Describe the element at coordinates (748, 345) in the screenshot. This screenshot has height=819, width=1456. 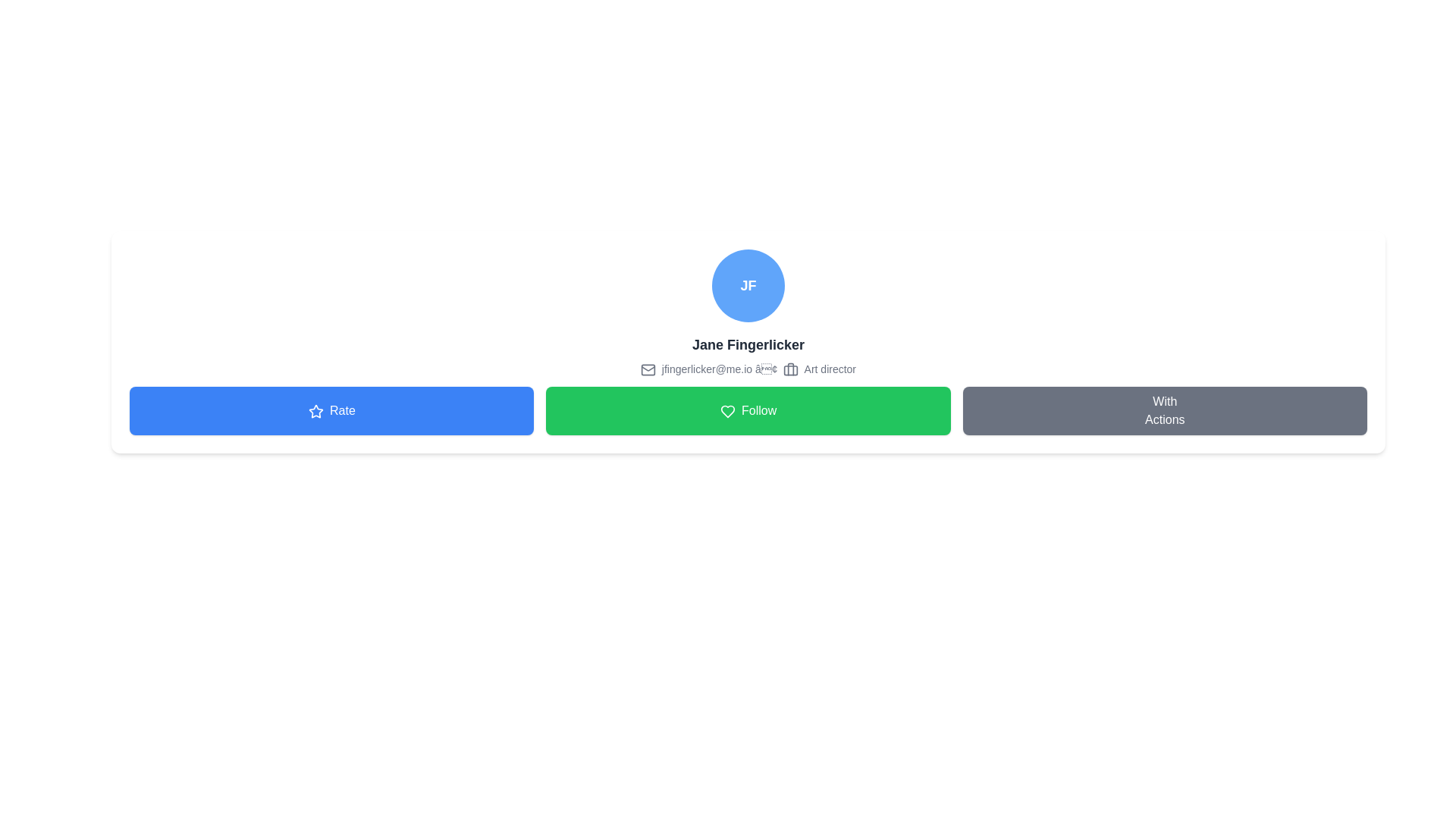
I see `text displayed in the user profile name label located below the circular avatar labeled 'JF' and above the text element containing the email and job description` at that location.